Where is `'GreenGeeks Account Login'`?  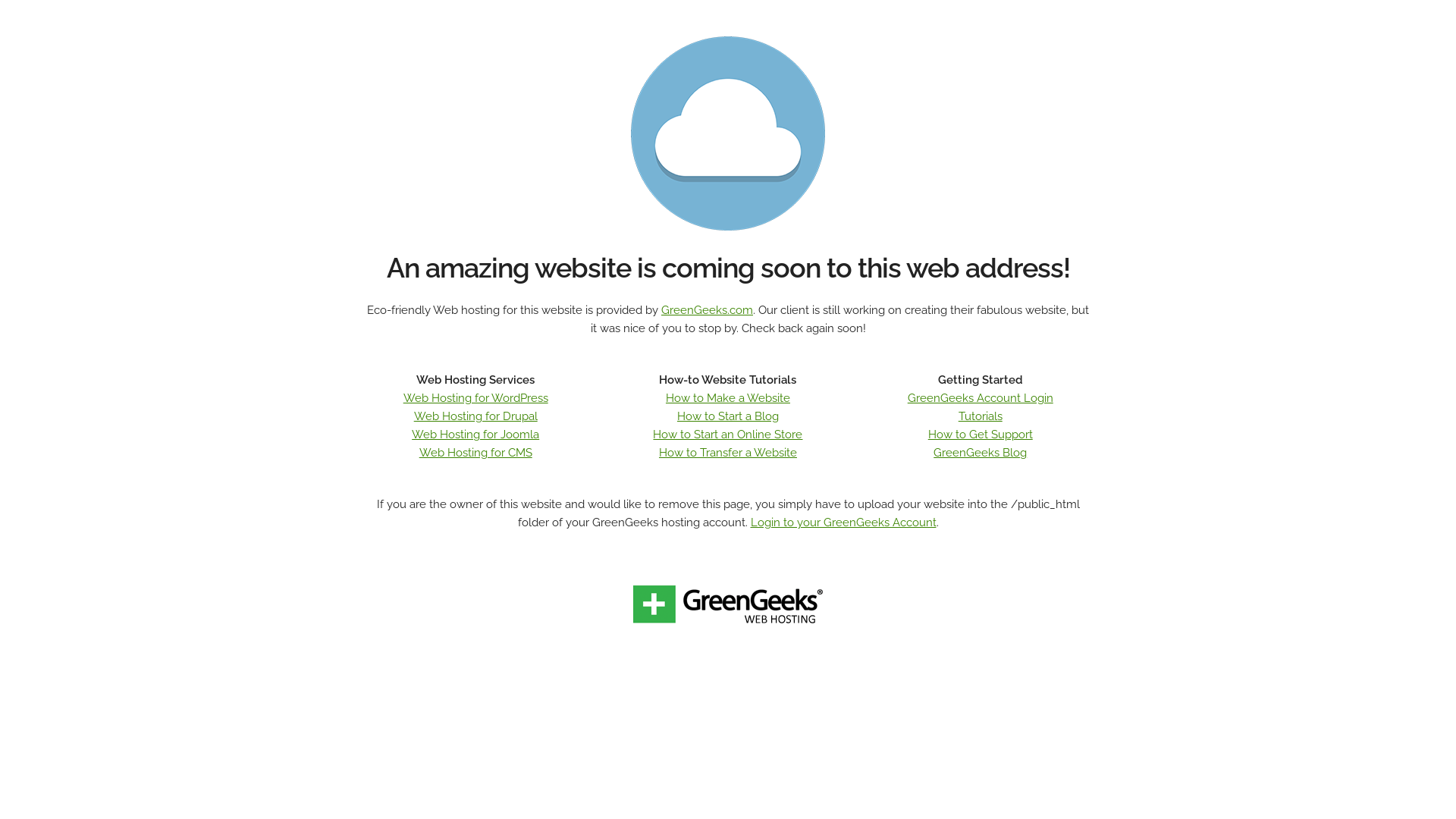
'GreenGeeks Account Login' is located at coordinates (980, 397).